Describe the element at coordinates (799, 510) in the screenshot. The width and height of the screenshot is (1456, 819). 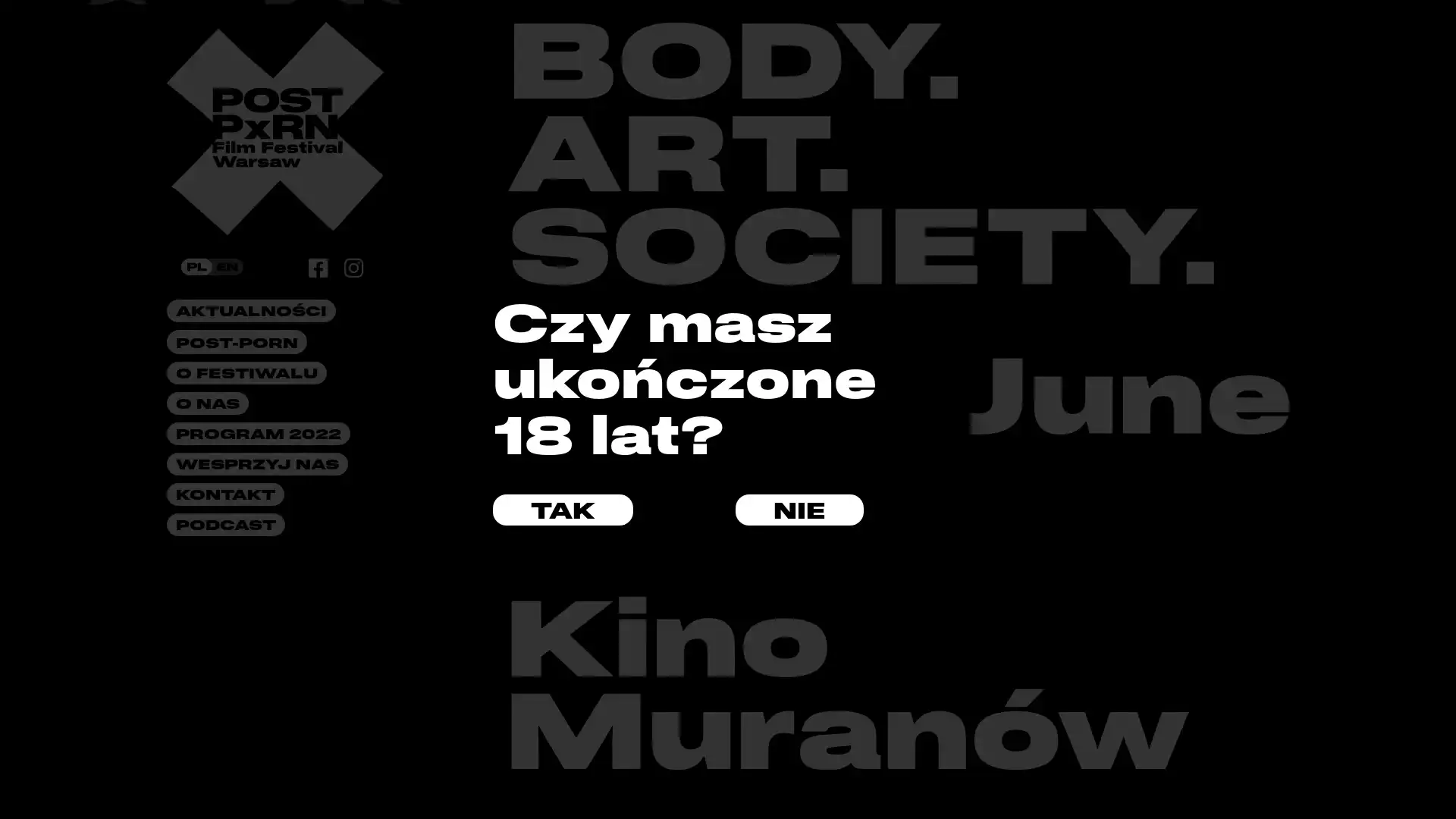
I see `NIE` at that location.